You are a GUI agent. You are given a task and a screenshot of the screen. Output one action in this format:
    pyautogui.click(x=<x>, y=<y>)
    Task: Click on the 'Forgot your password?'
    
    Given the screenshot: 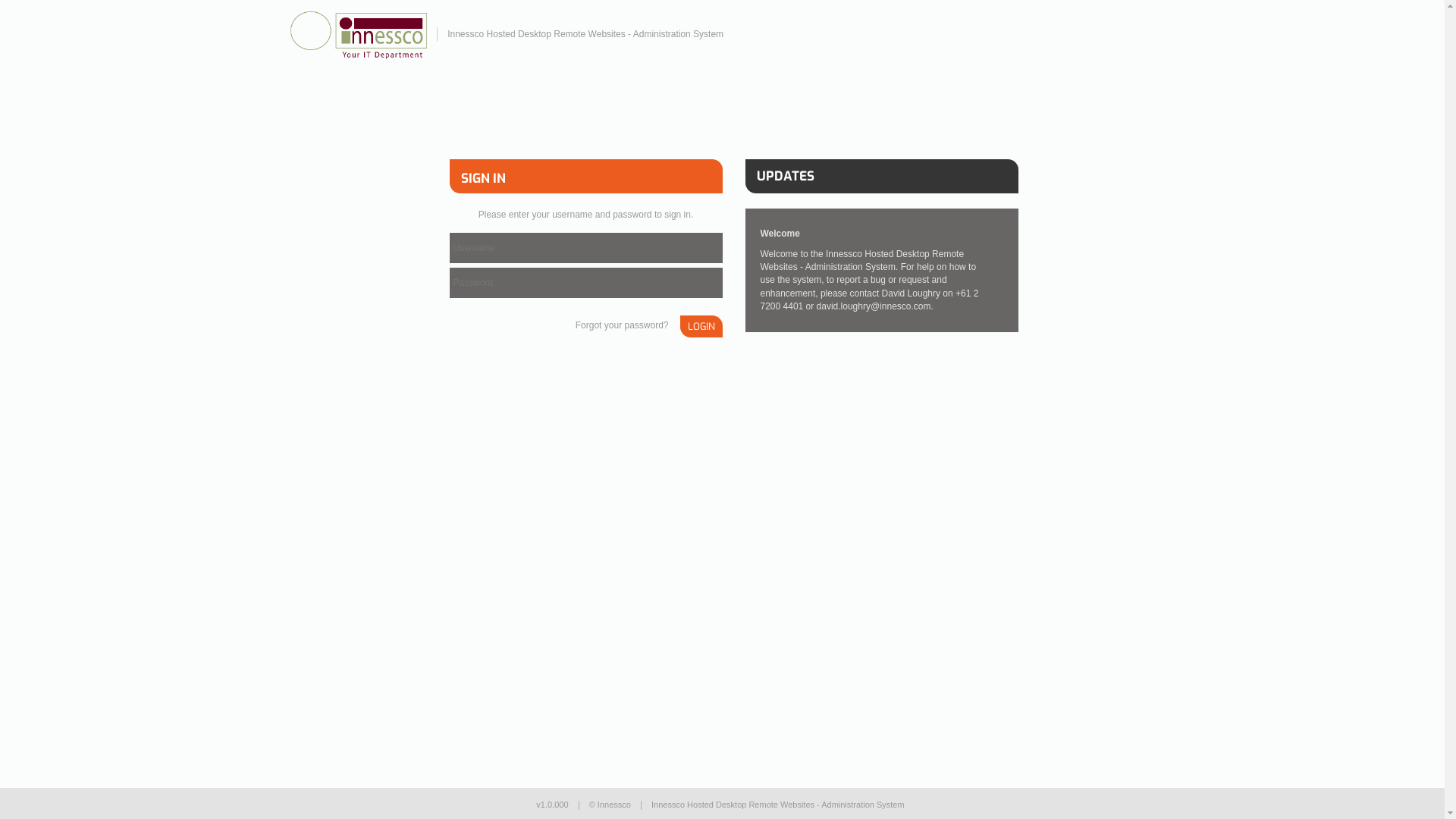 What is the action you would take?
    pyautogui.click(x=622, y=325)
    